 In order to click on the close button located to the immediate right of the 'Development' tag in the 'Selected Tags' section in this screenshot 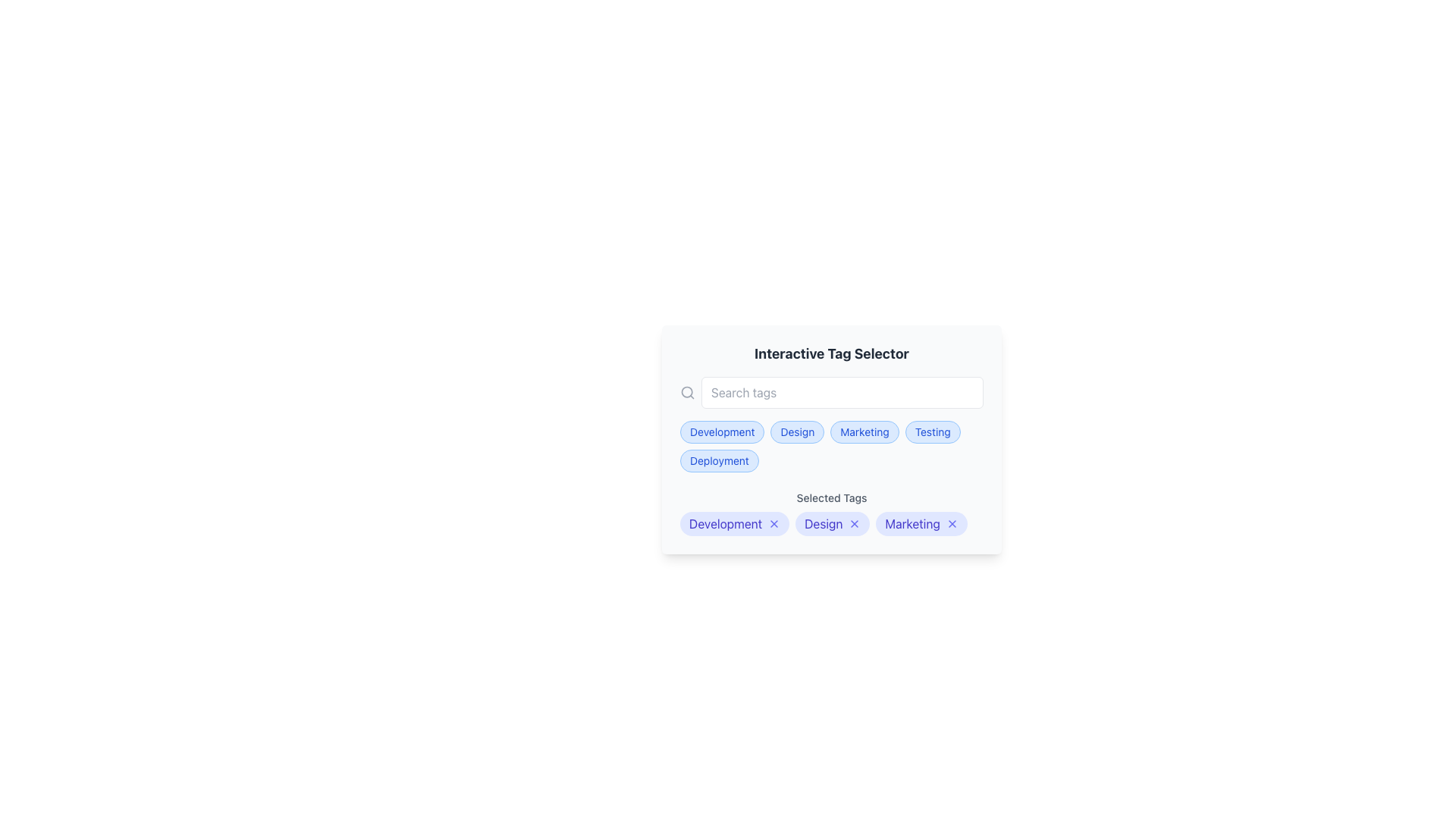, I will do `click(774, 522)`.